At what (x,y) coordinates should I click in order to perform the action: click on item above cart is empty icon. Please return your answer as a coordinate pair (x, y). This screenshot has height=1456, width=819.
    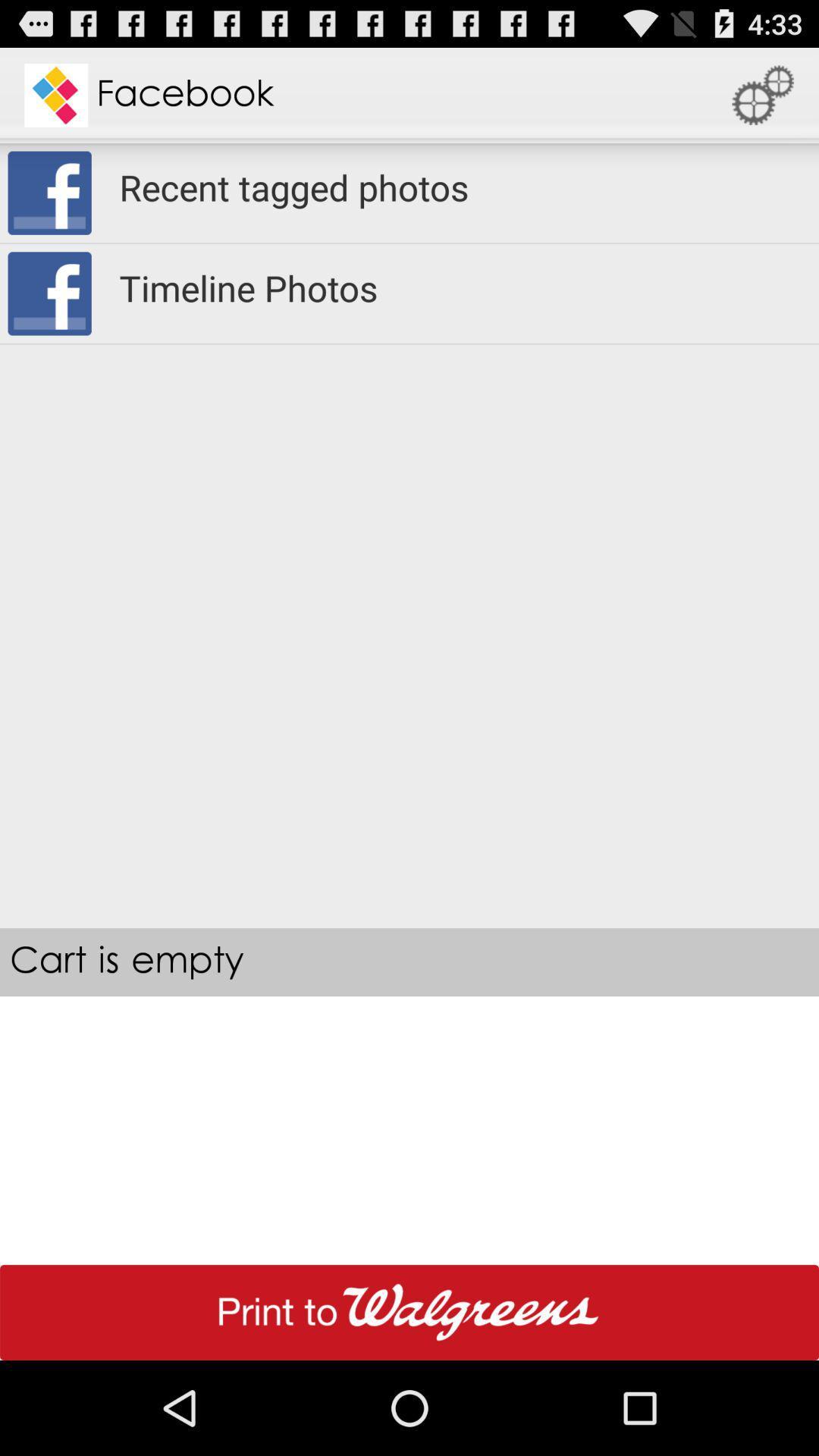
    Looking at the image, I should click on (458, 287).